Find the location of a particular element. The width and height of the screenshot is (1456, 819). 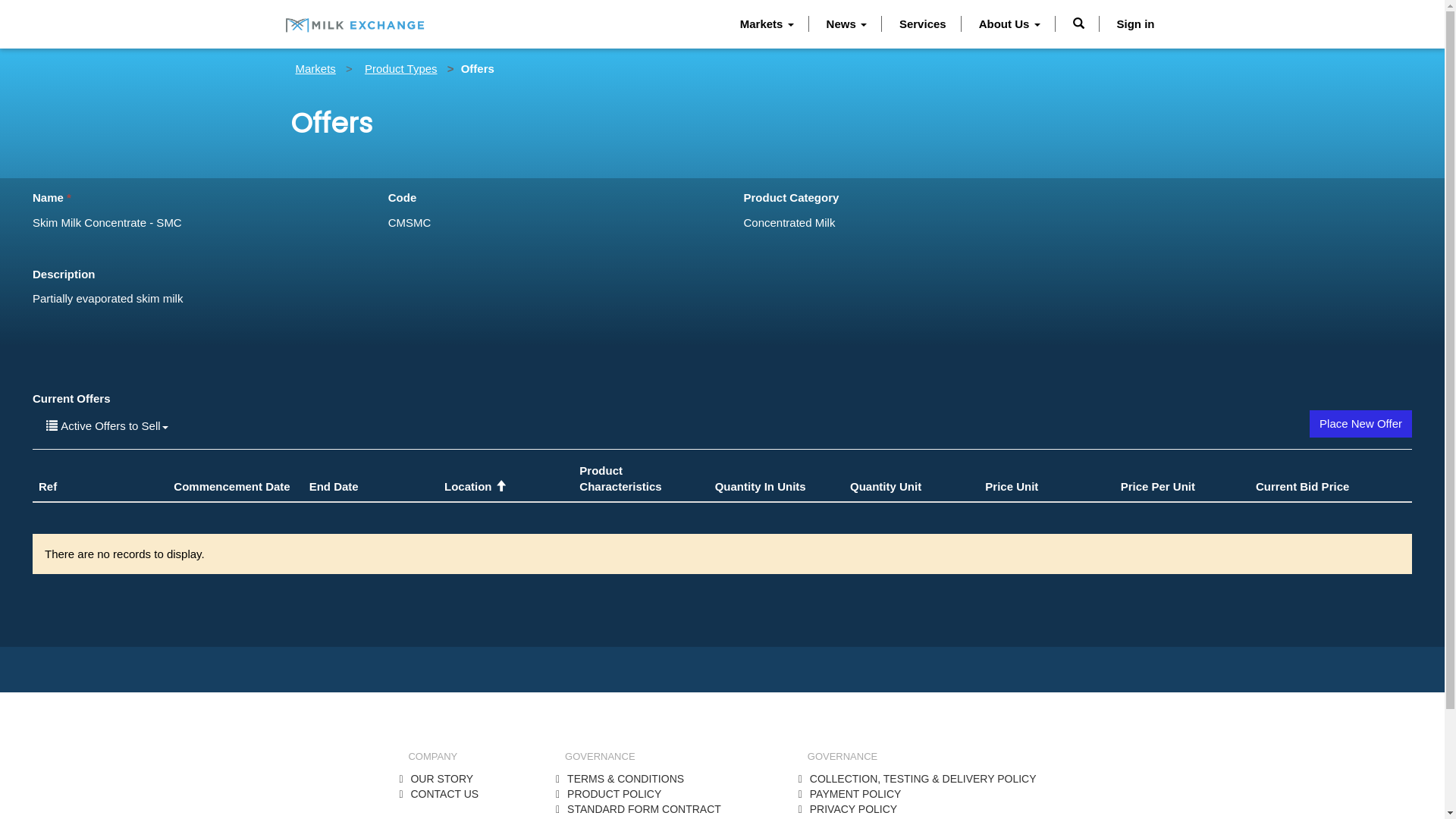

'PRODUCT POLICY' is located at coordinates (614, 792).